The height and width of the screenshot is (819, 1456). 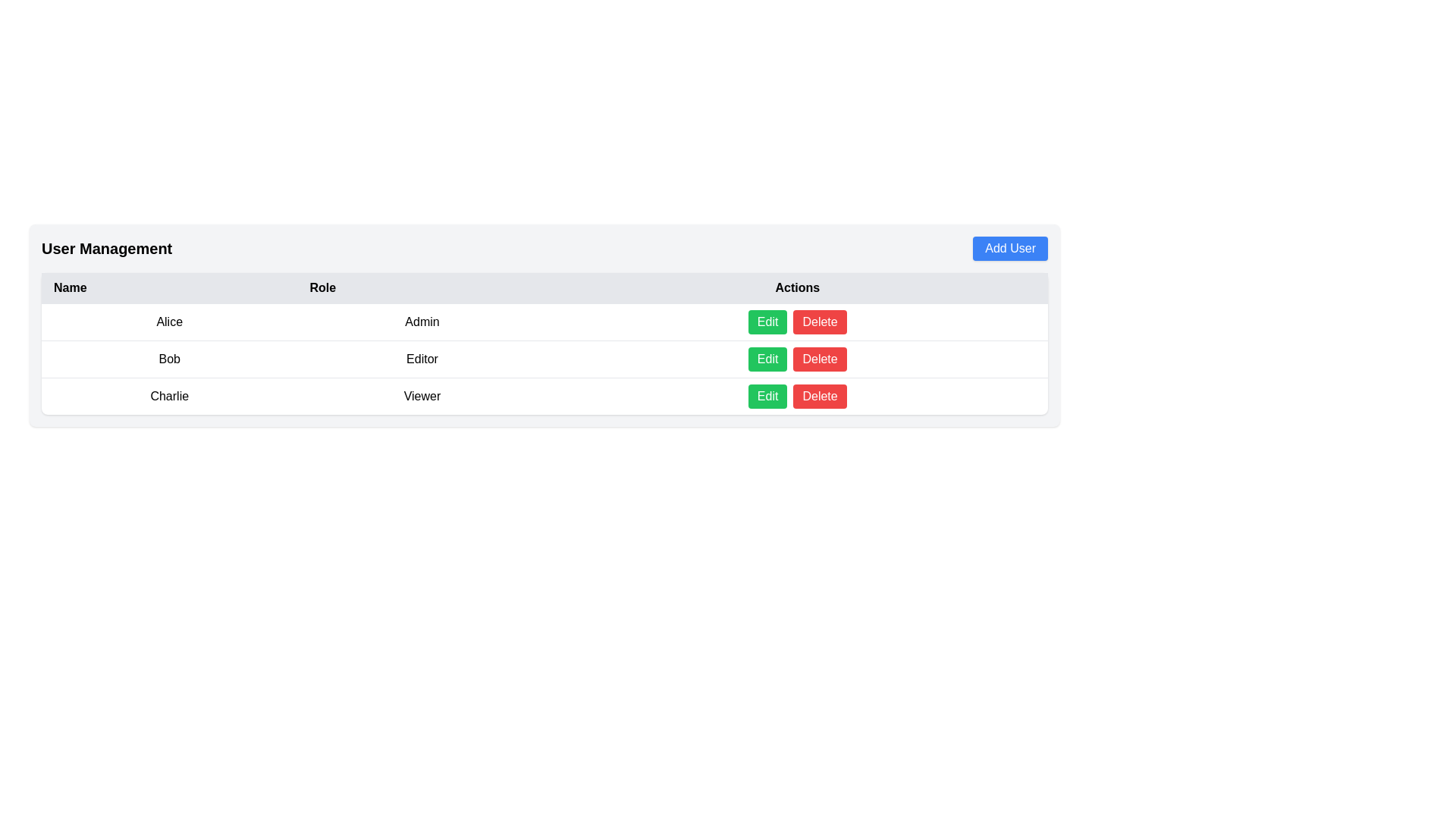 What do you see at coordinates (169, 321) in the screenshot?
I see `the static text label displaying the user's name in the user management interface, located in the second row under the 'Name' column, next to 'Admin' in the 'Role' column` at bounding box center [169, 321].